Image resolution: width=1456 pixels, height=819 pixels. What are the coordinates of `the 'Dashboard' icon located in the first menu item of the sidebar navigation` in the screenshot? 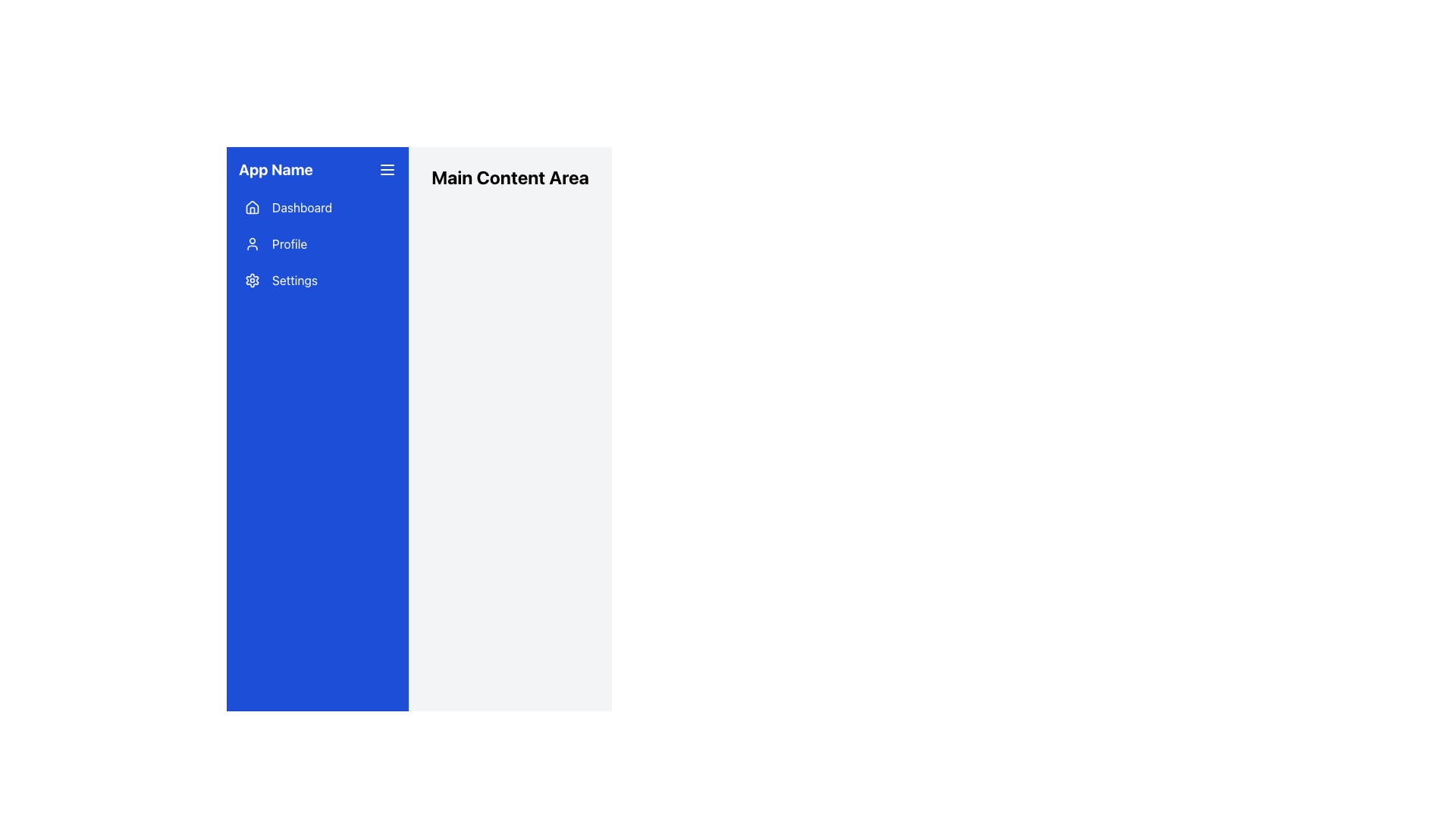 It's located at (252, 207).